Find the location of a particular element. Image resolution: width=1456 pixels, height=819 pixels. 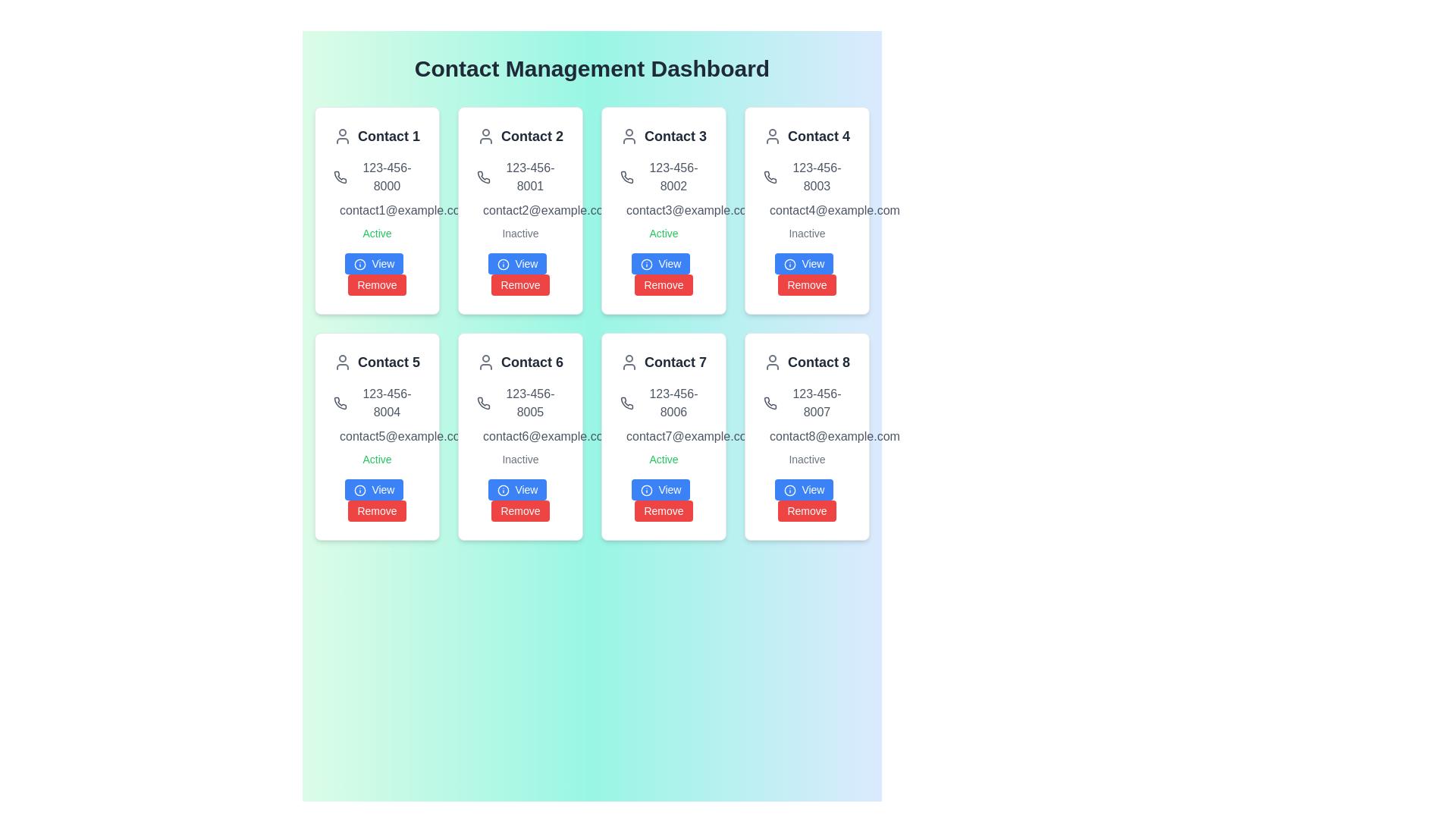

the interactive button group located within the card labeled 'Contact 8' is located at coordinates (806, 500).